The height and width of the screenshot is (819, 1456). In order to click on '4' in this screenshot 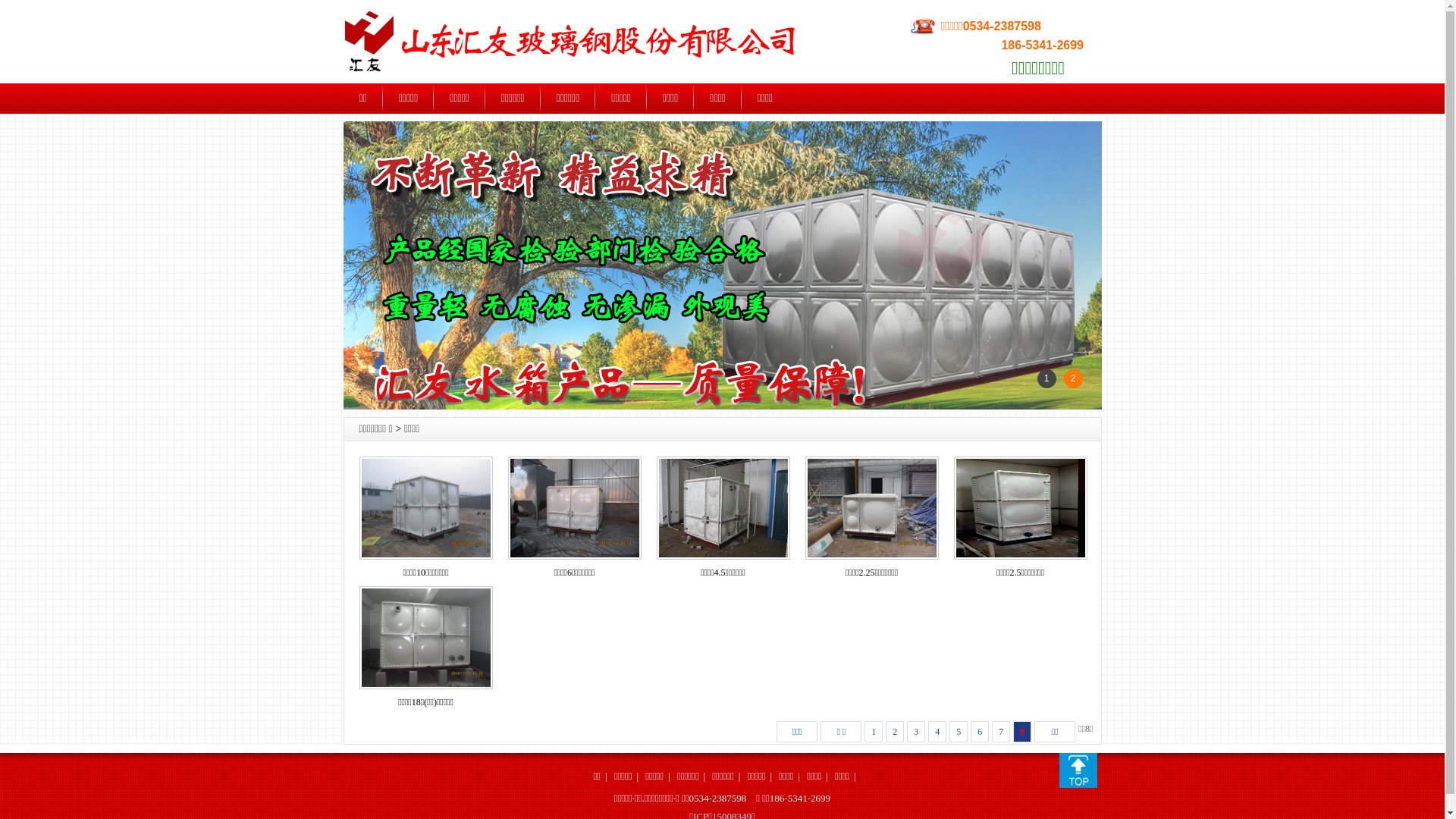, I will do `click(927, 730)`.